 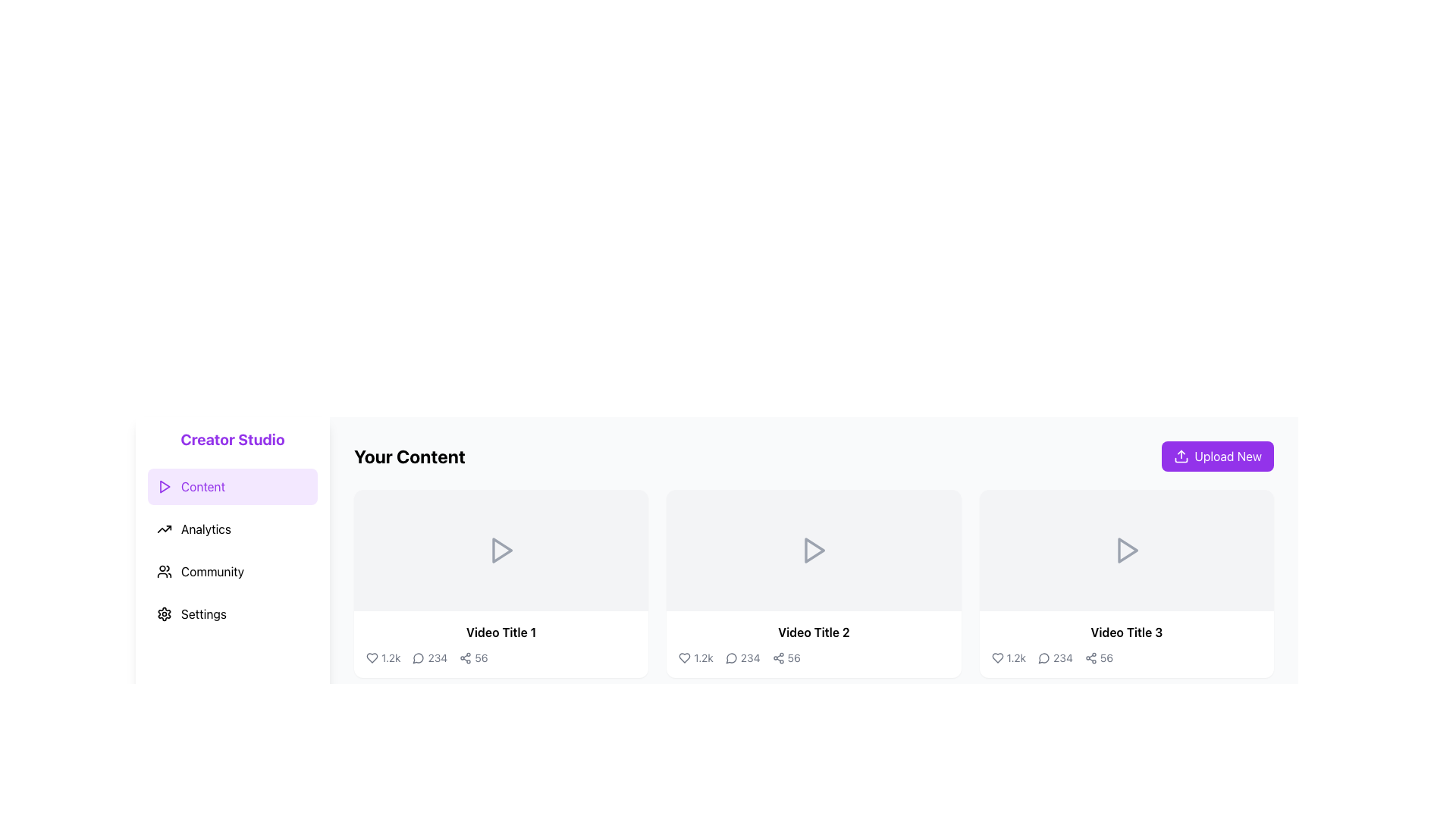 What do you see at coordinates (202, 486) in the screenshot?
I see `the text label reading 'Content' in bold purple font located in the top-left corner of the layout under 'Creator Studio'` at bounding box center [202, 486].